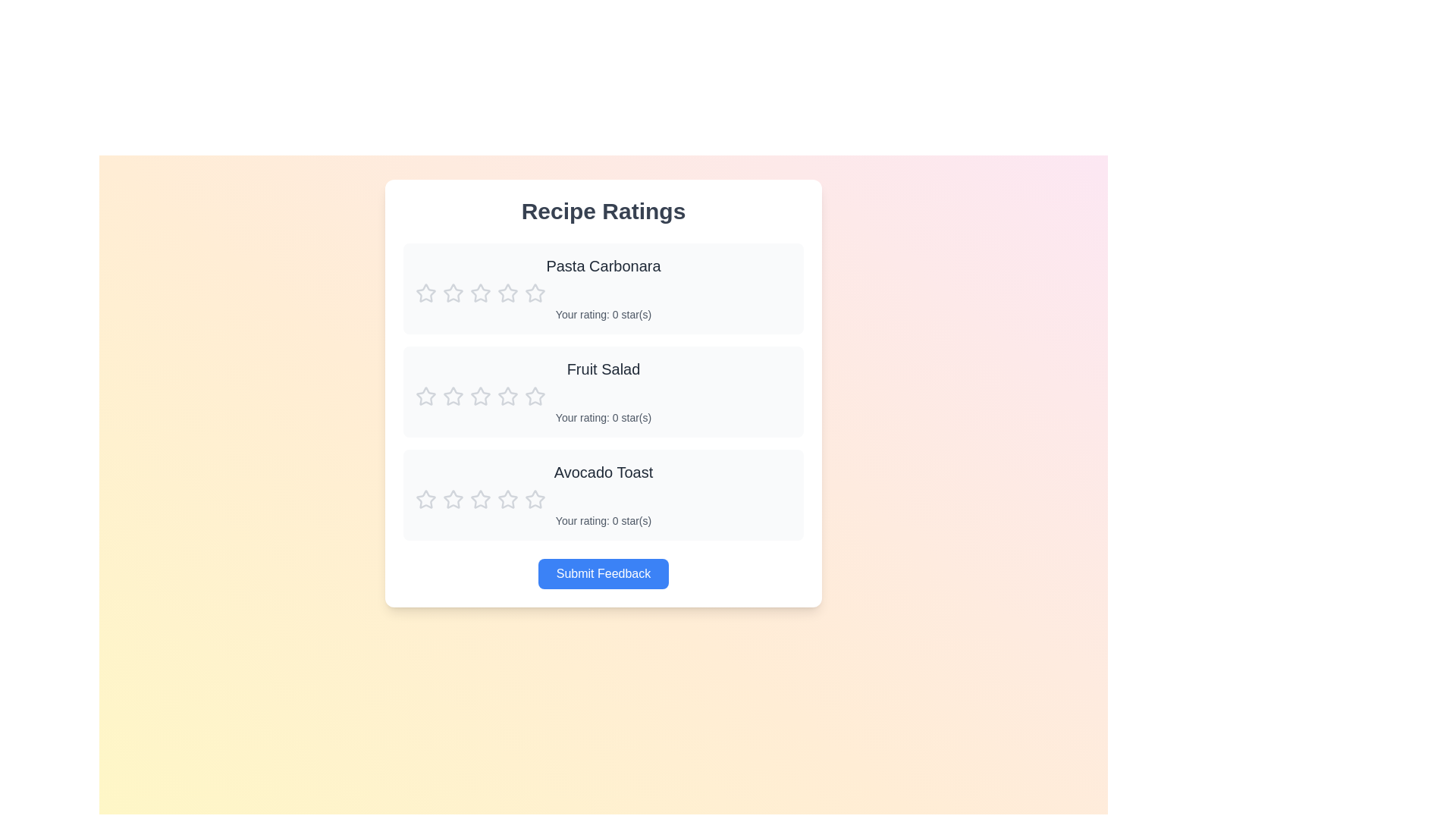 Image resolution: width=1456 pixels, height=819 pixels. Describe the element at coordinates (535, 499) in the screenshot. I see `the first star from the left in the rating section of the 'Avocado Toast' row to navigate` at that location.